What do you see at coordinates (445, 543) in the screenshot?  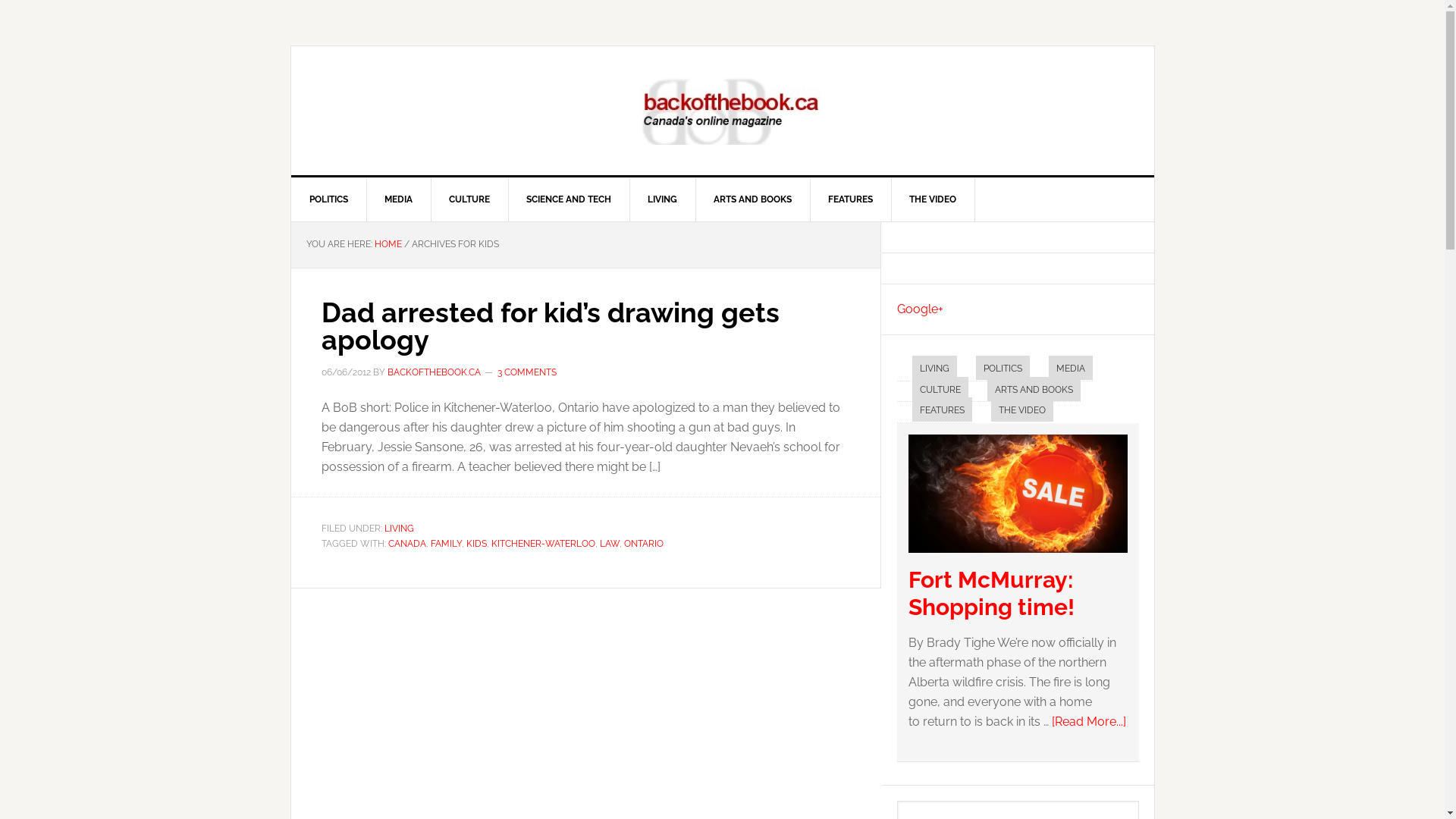 I see `'FAMILY'` at bounding box center [445, 543].